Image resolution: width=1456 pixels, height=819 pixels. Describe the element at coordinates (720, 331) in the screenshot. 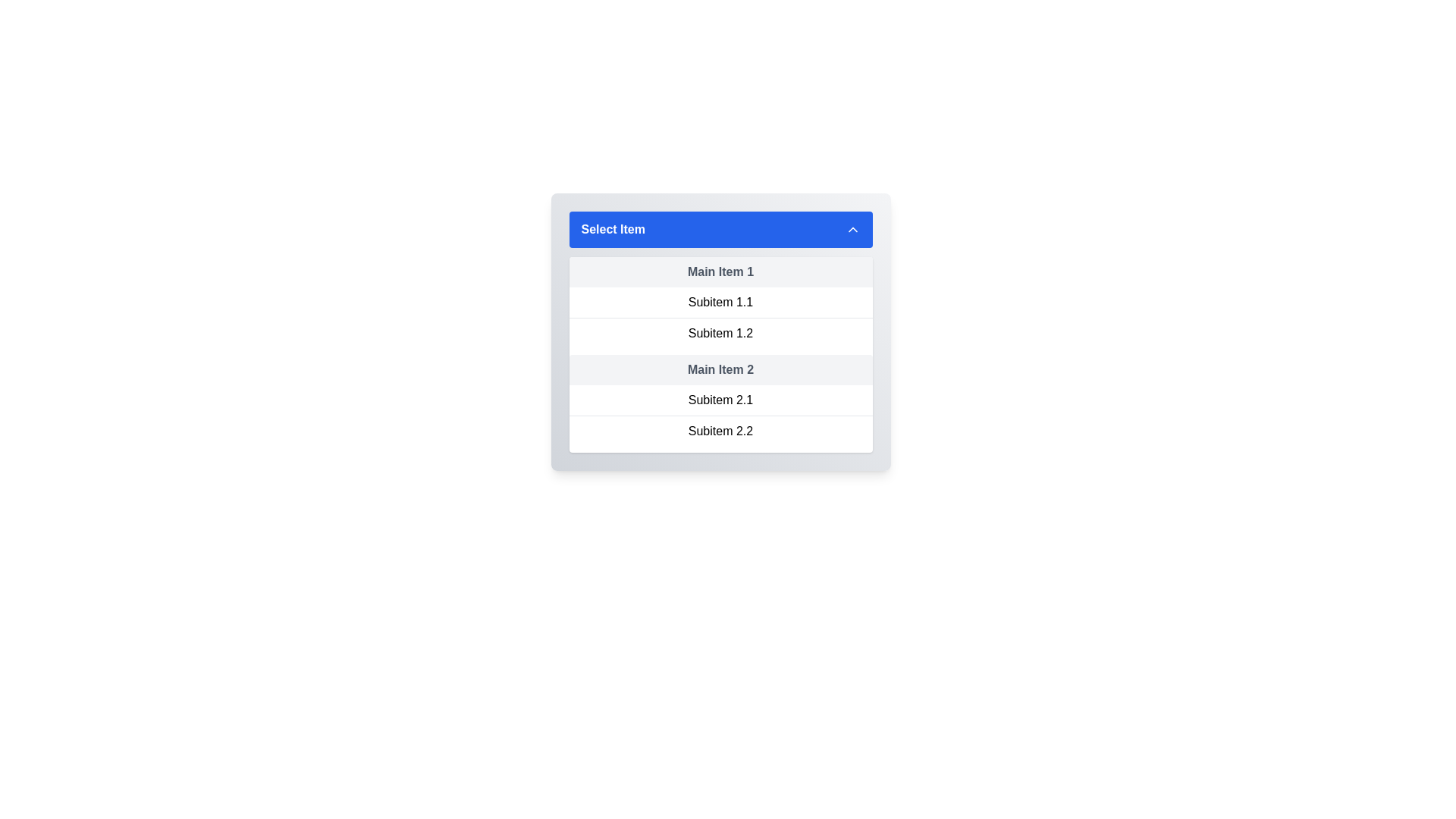

I see `the individual subitems of the dropdown menu, which is a rectangular element with a blue header titled 'Select Item' and multiple grouped lines labeled as 'Main Item 1', 'Subitem 1.1', etc` at that location.